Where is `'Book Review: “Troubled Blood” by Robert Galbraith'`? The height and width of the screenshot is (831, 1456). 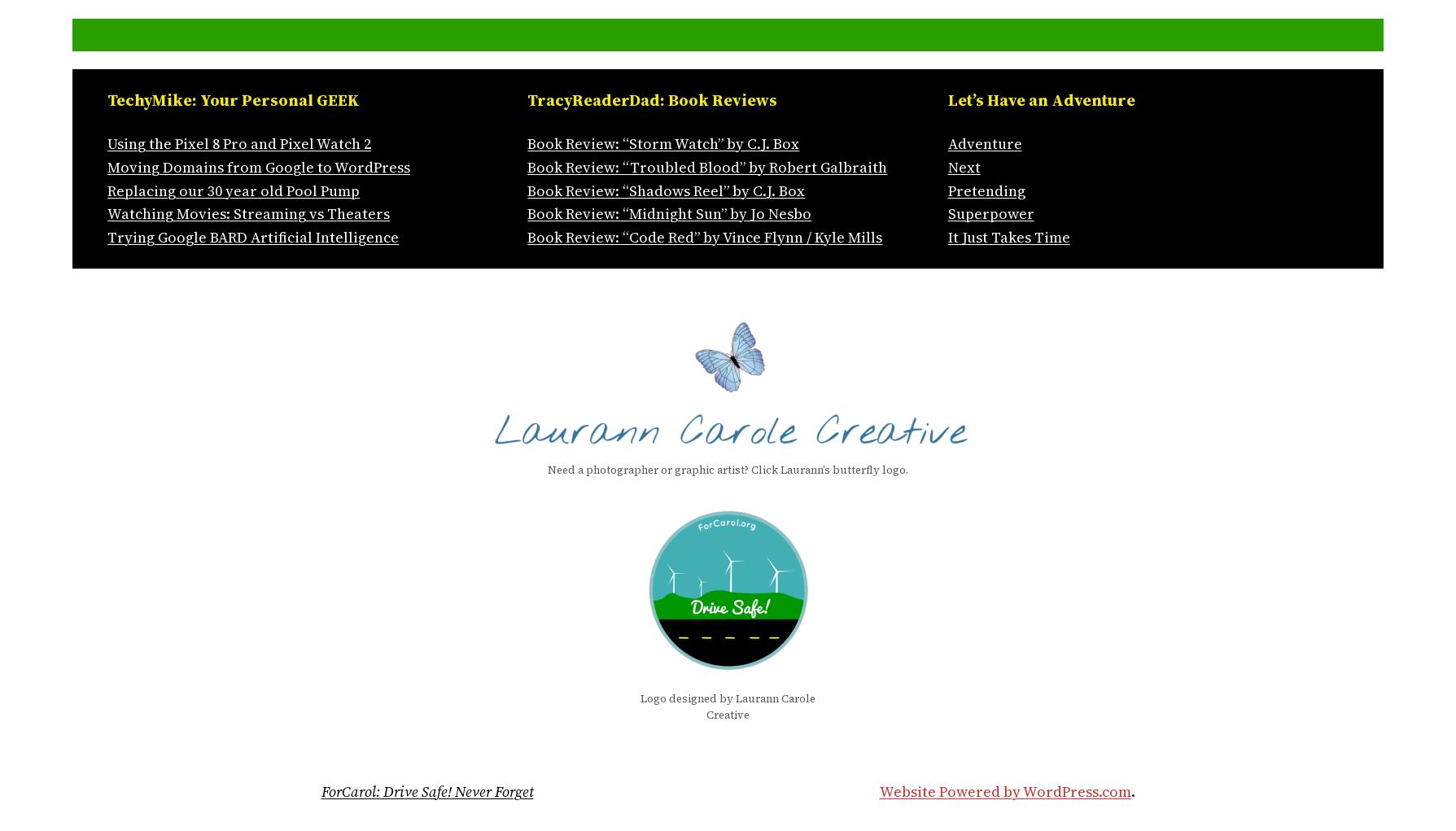 'Book Review: “Troubled Blood” by Robert Galbraith' is located at coordinates (527, 166).